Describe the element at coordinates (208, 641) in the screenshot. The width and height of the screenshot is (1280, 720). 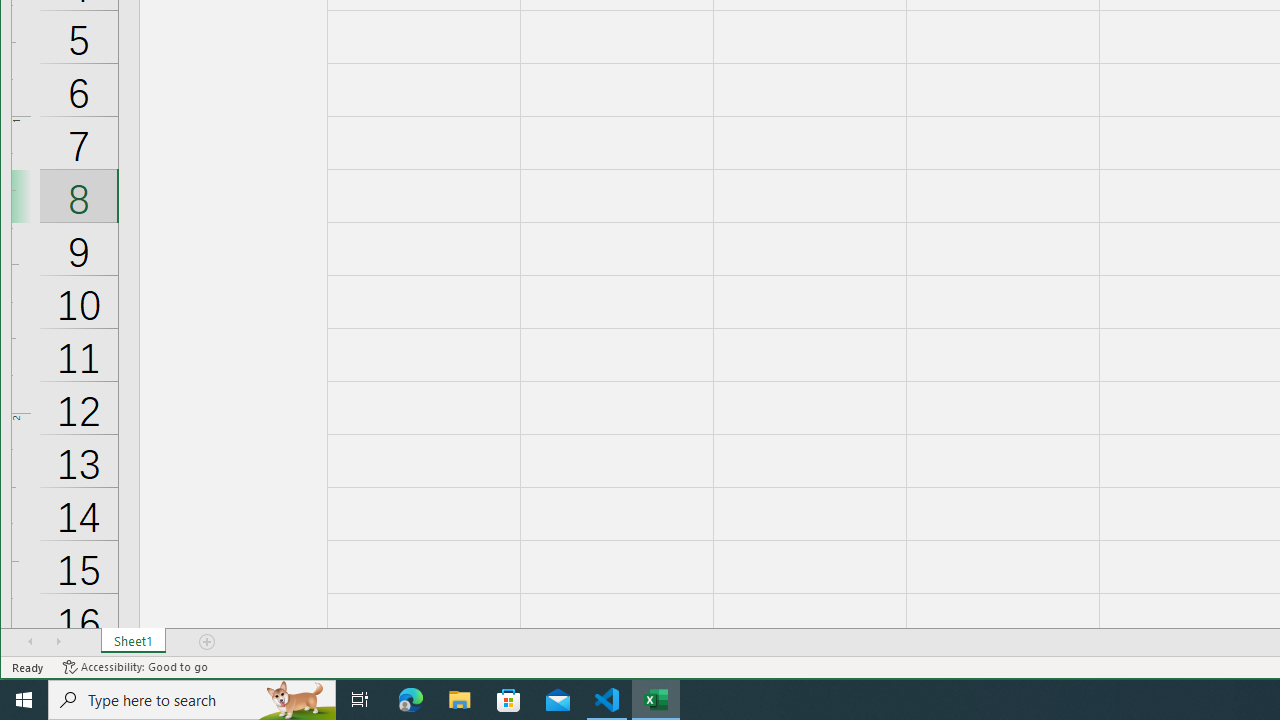
I see `'Add Sheet'` at that location.